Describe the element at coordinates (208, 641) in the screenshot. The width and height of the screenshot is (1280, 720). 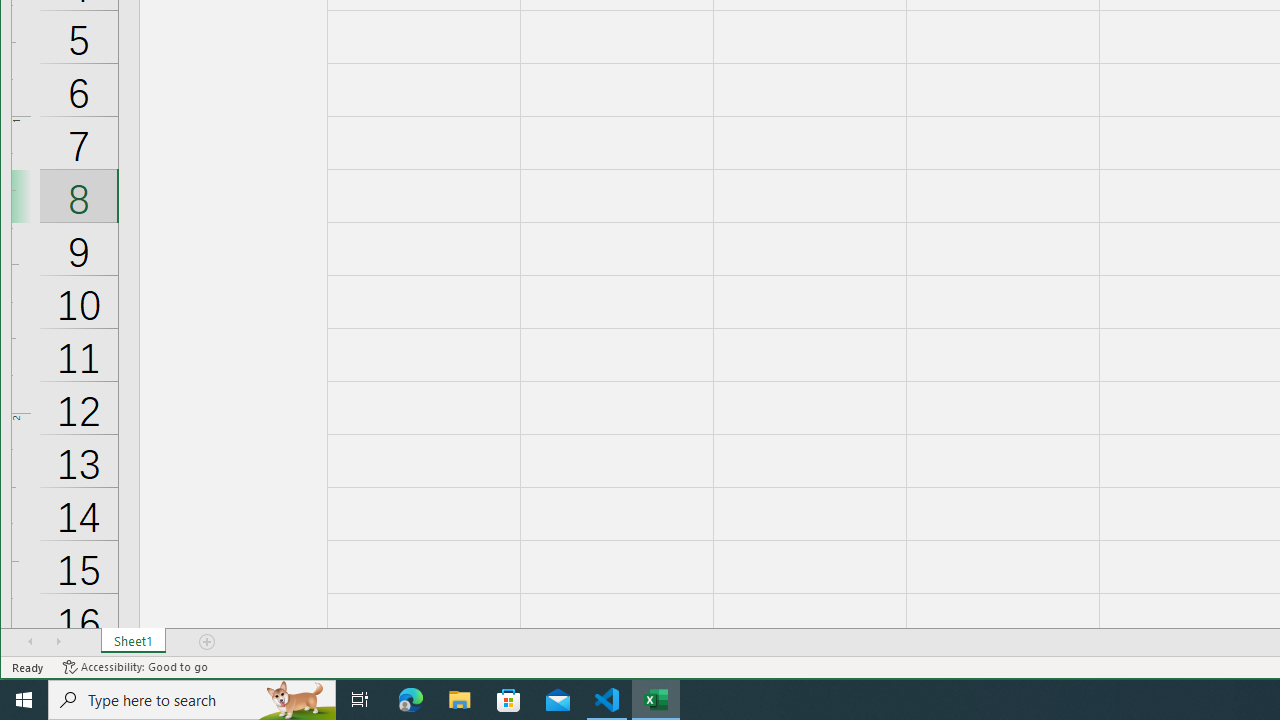
I see `'Add Sheet'` at that location.